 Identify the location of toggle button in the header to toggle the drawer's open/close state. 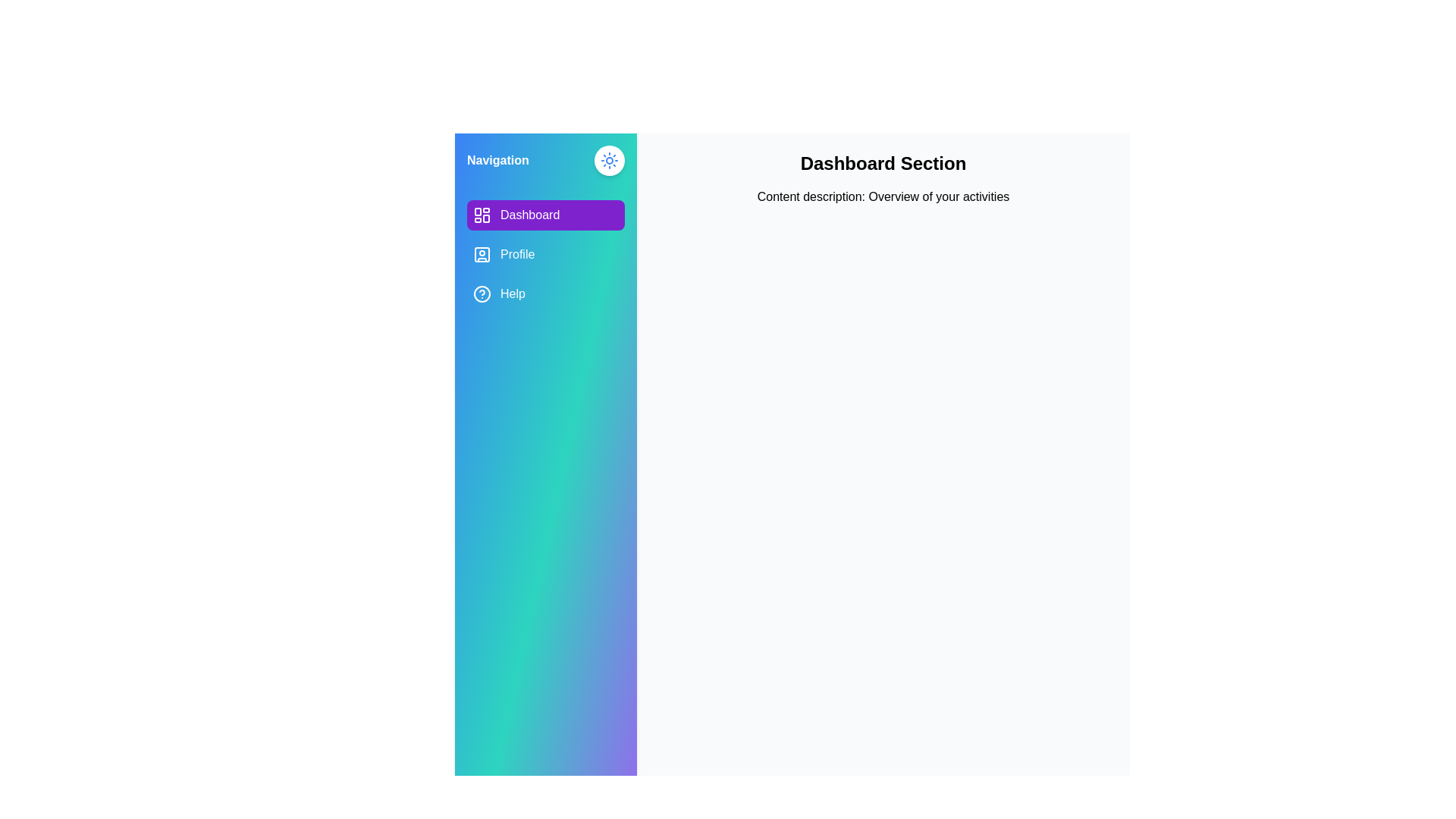
(610, 161).